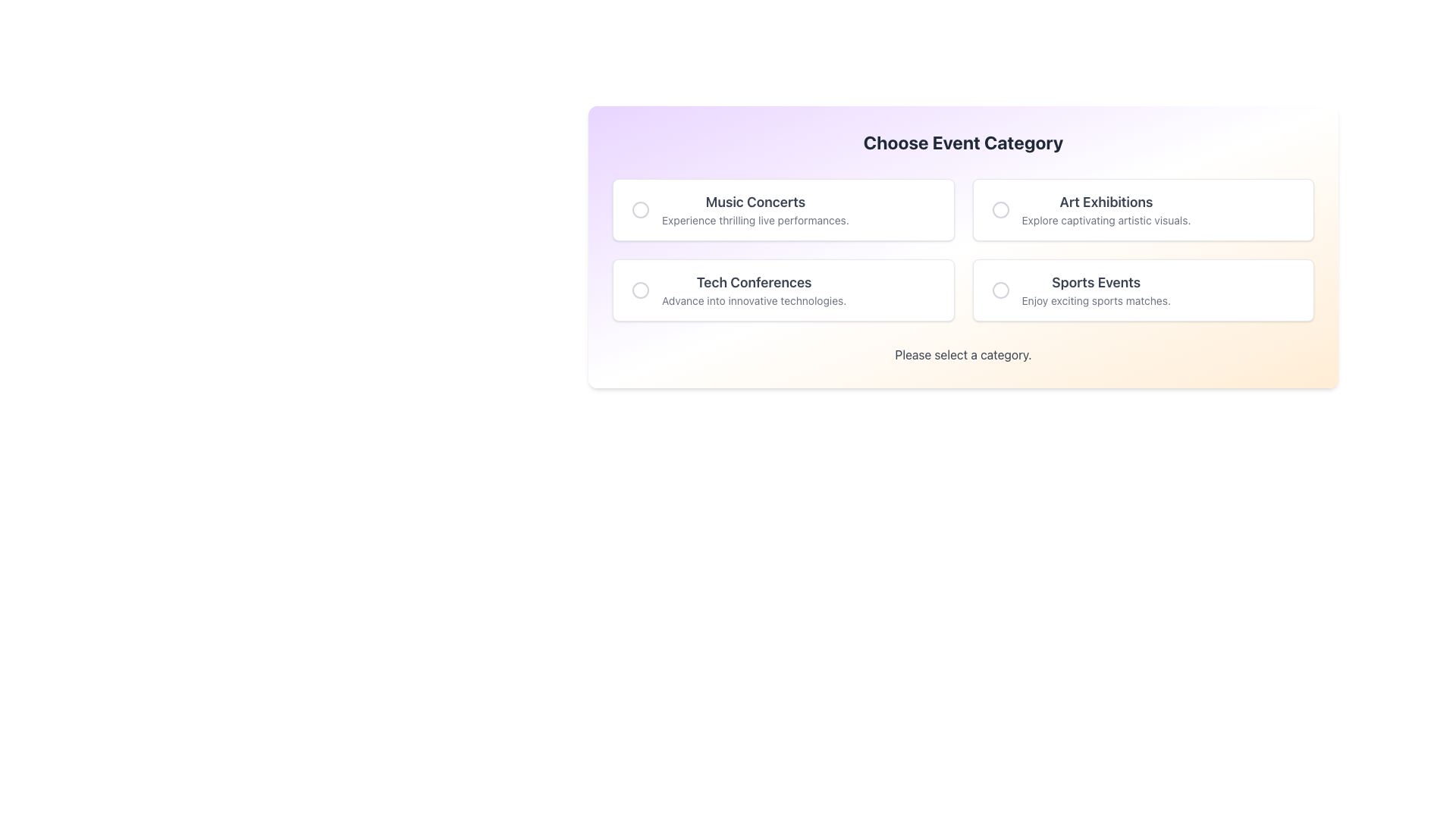 The image size is (1456, 819). I want to click on the radio button indicator for the 'Sports Events' category located in the bottom-right of the four-category layout, so click(1000, 290).